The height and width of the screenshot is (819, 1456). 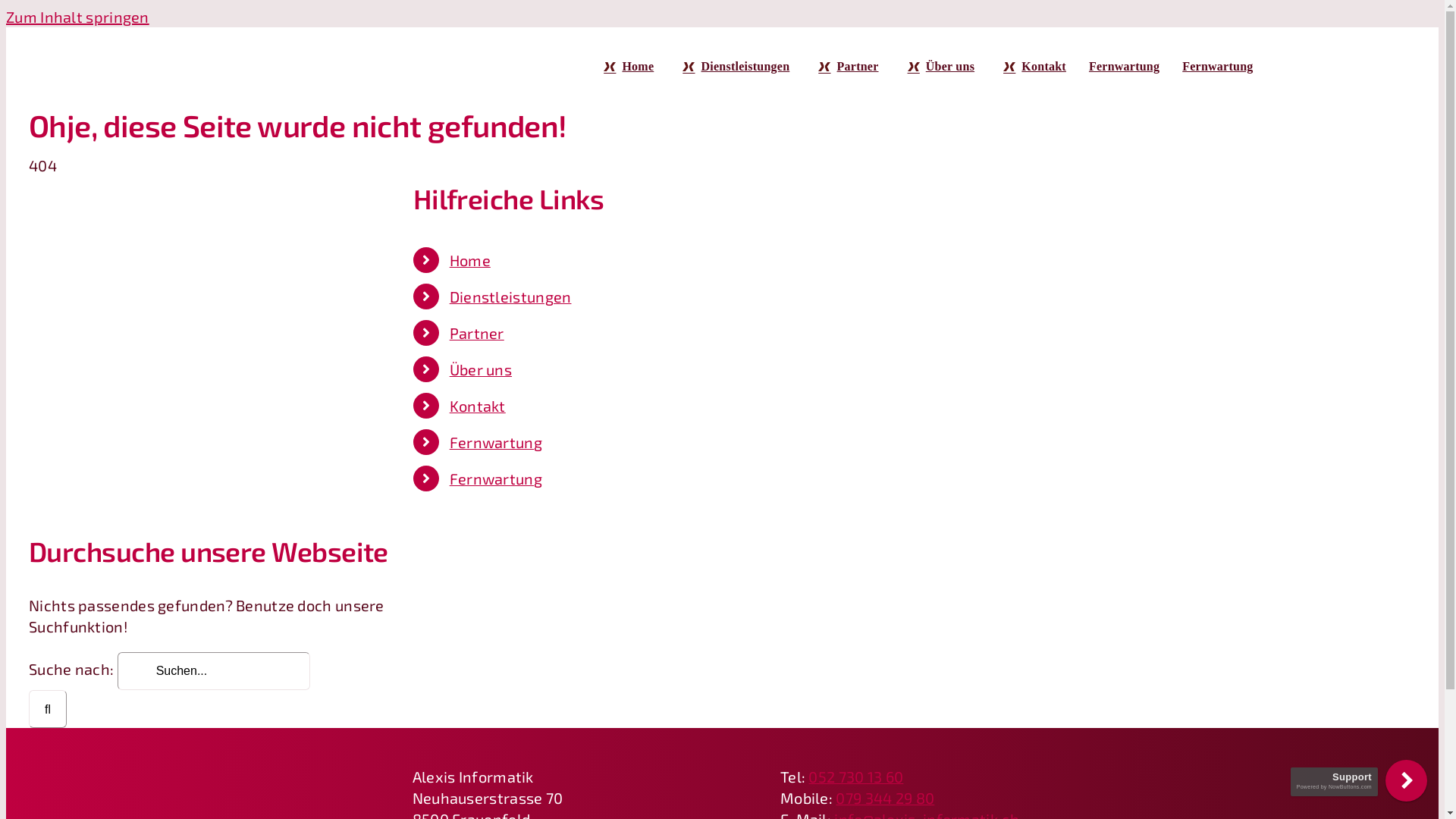 I want to click on 'Zum Inhalt springen', so click(x=77, y=17).